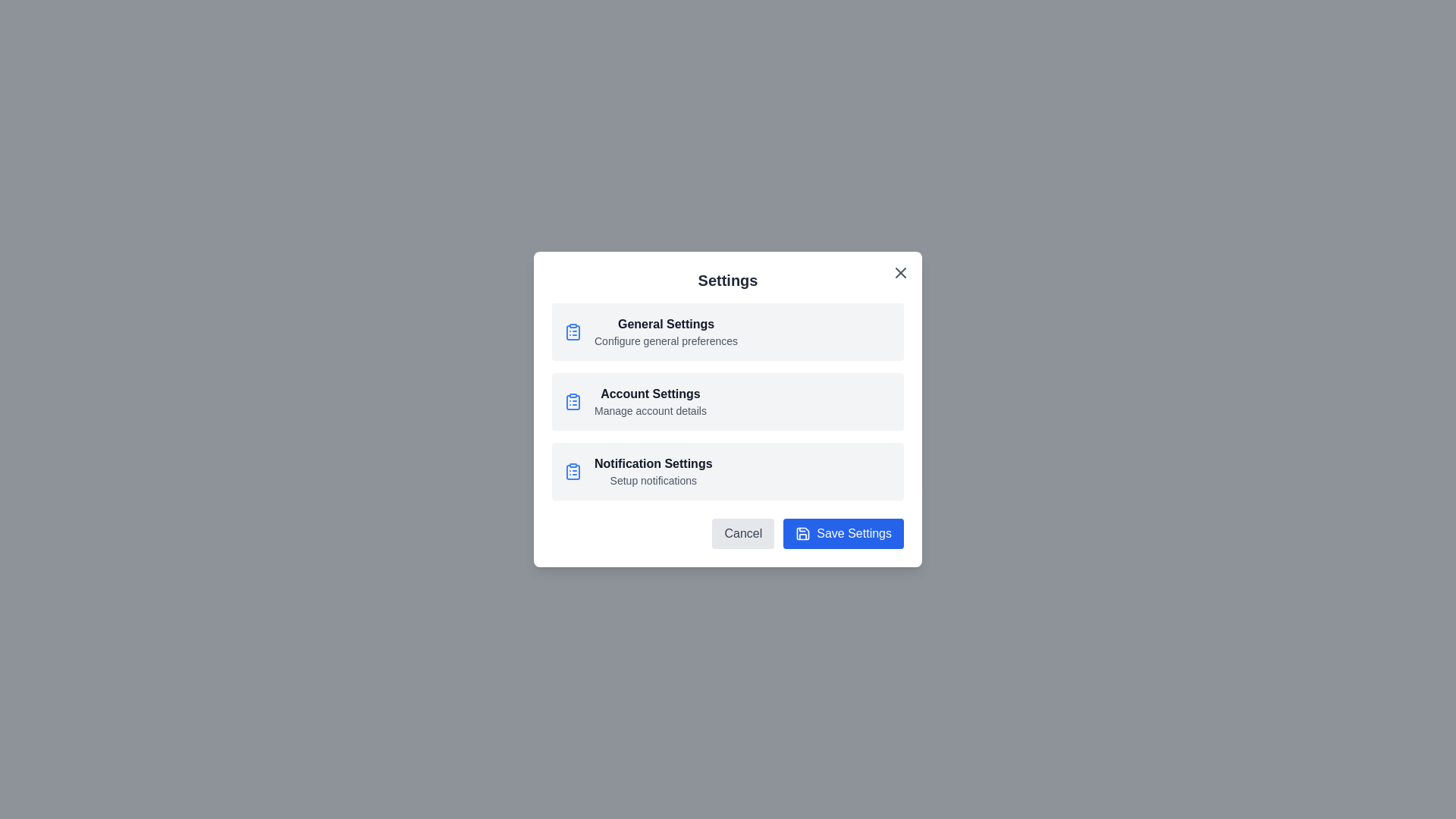 This screenshot has height=819, width=1456. I want to click on the Text Block that provides information about the 'General Settings' section, which is the first item in a vertically stacked list within the settings modal, so click(666, 331).